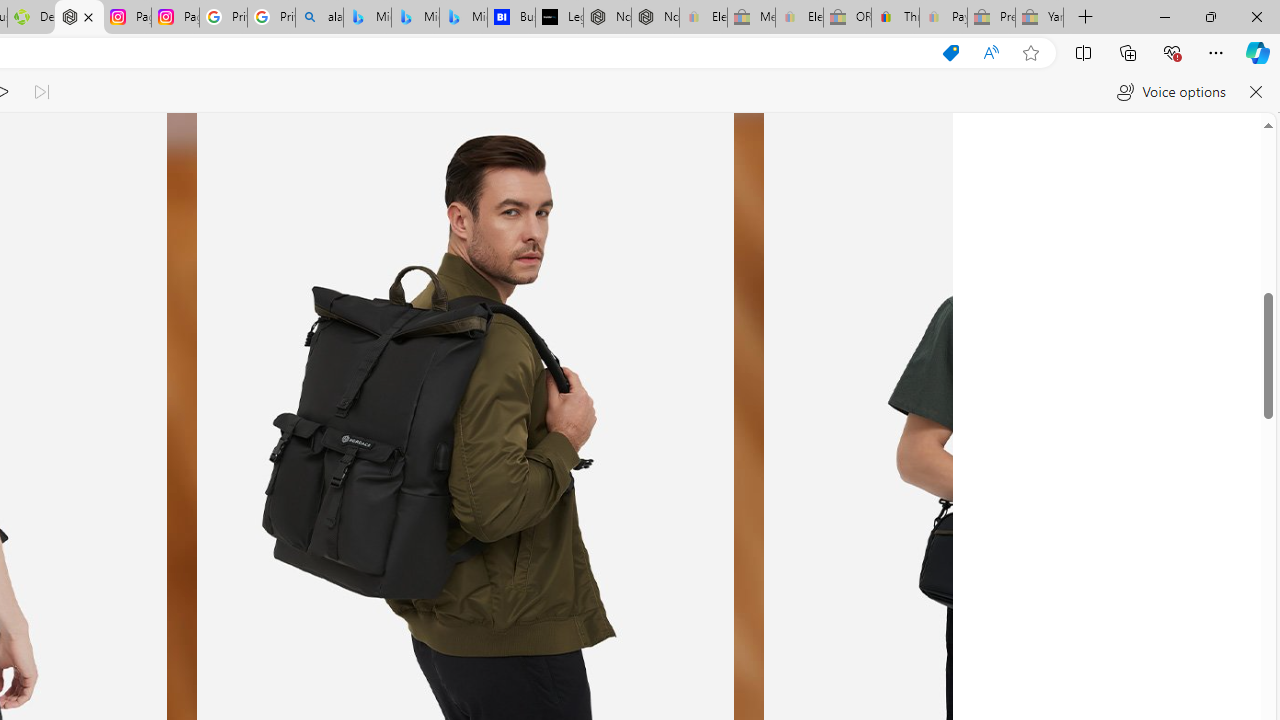 The image size is (1280, 720). What do you see at coordinates (318, 17) in the screenshot?
I see `'alabama high school quarterback dies - Search'` at bounding box center [318, 17].